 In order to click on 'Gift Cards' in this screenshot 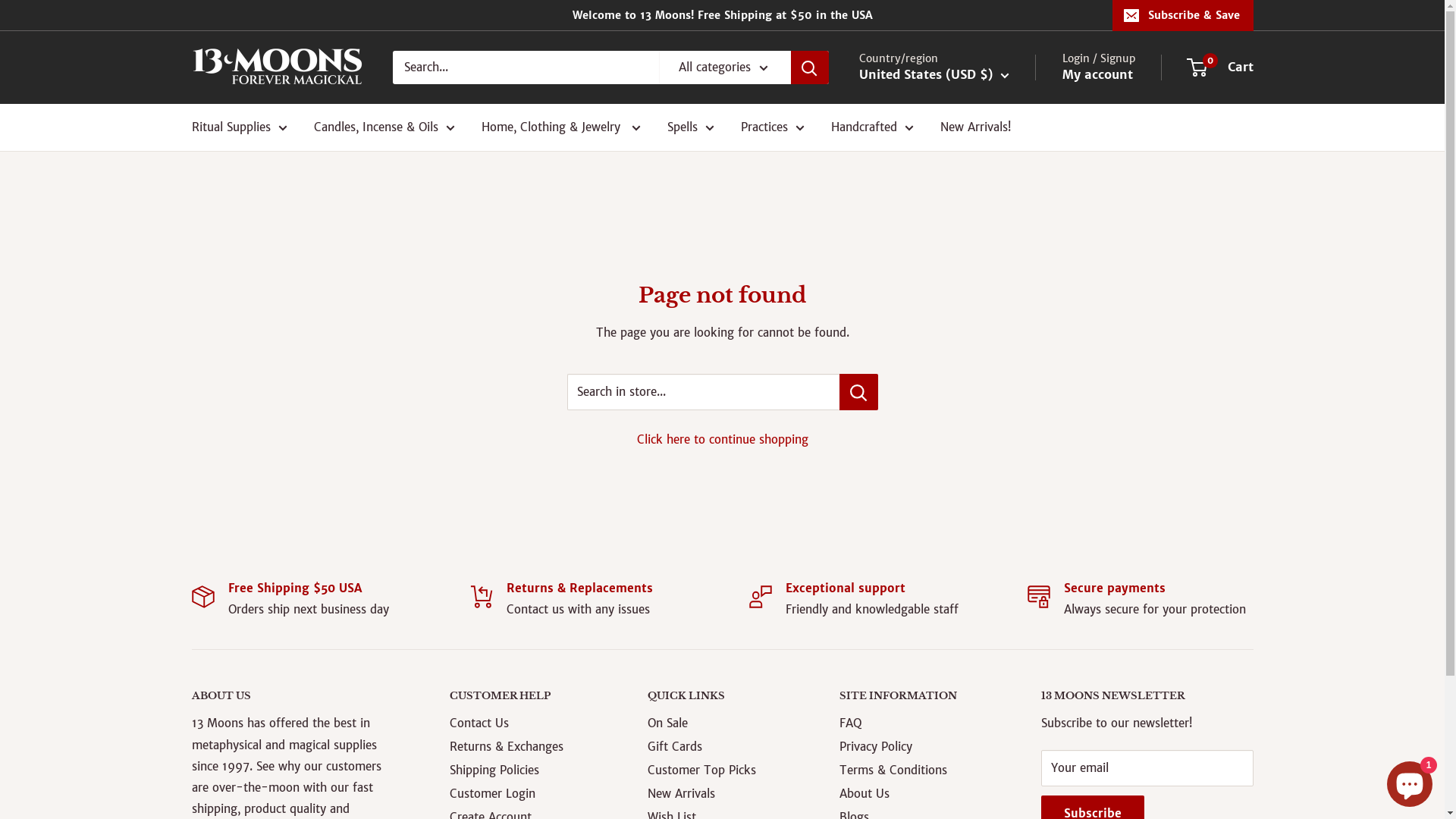, I will do `click(648, 745)`.